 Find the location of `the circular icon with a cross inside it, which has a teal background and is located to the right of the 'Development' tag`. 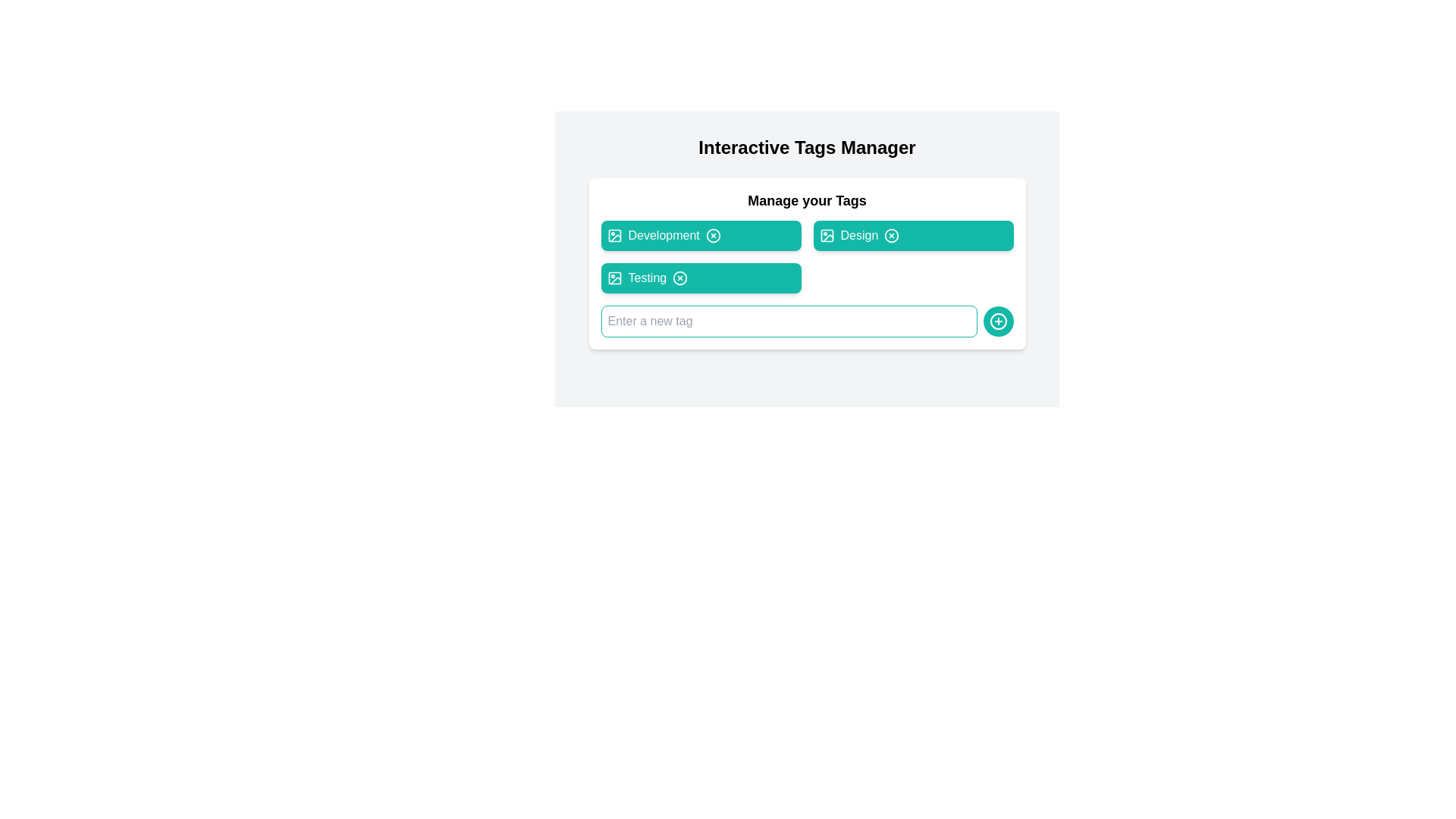

the circular icon with a cross inside it, which has a teal background and is located to the right of the 'Development' tag is located at coordinates (712, 236).